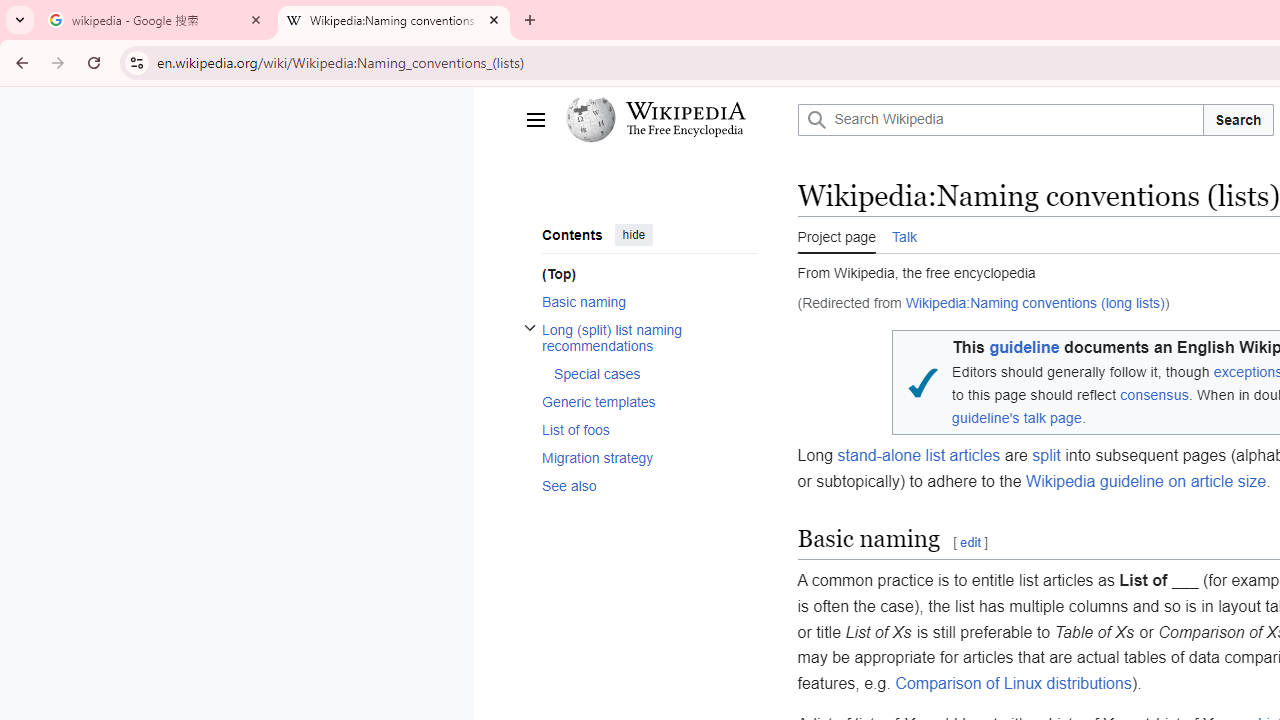 This screenshot has height=720, width=1280. I want to click on 'Blue tick', so click(921, 382).